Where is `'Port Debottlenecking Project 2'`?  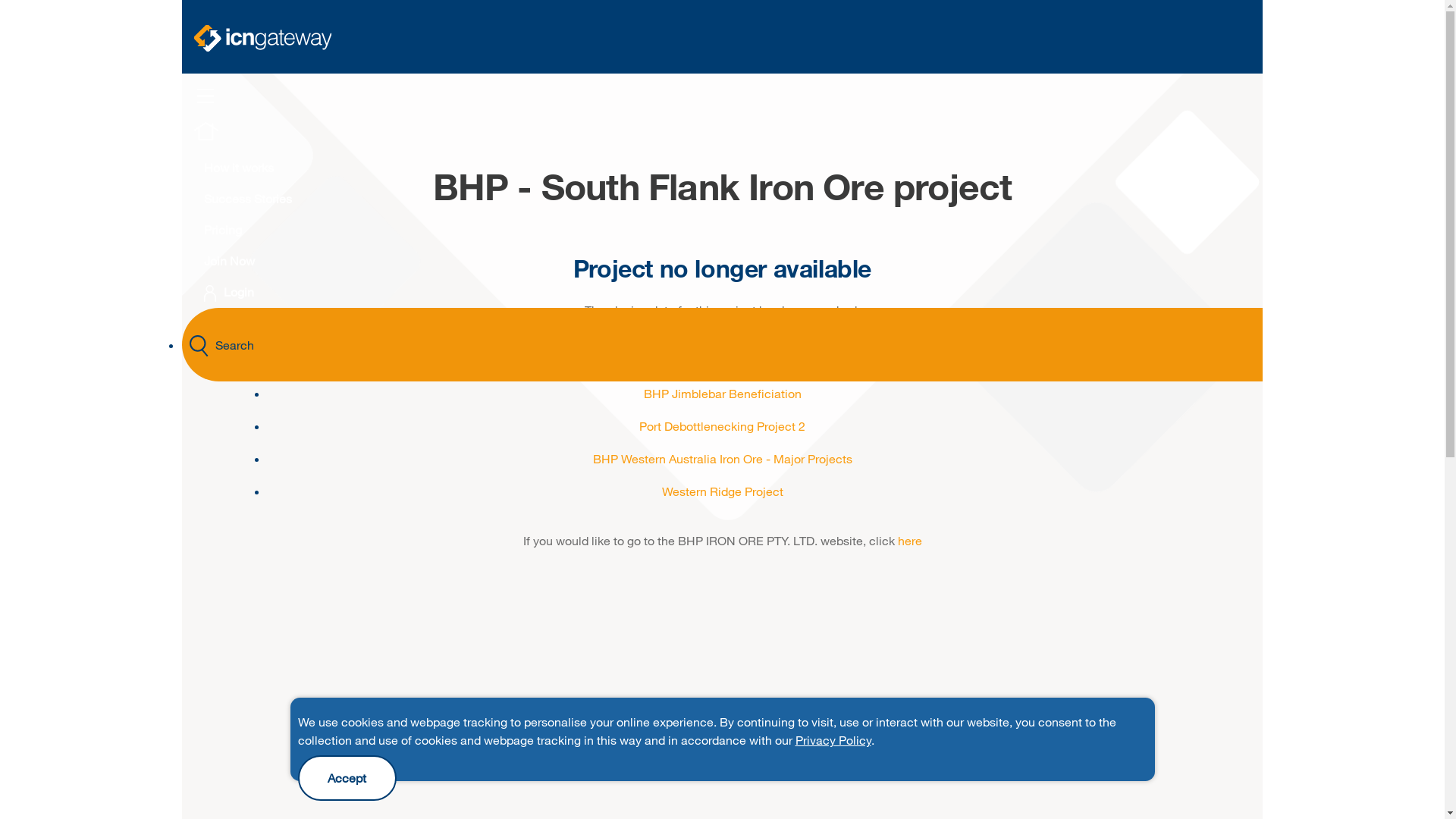
'Port Debottlenecking Project 2' is located at coordinates (721, 425).